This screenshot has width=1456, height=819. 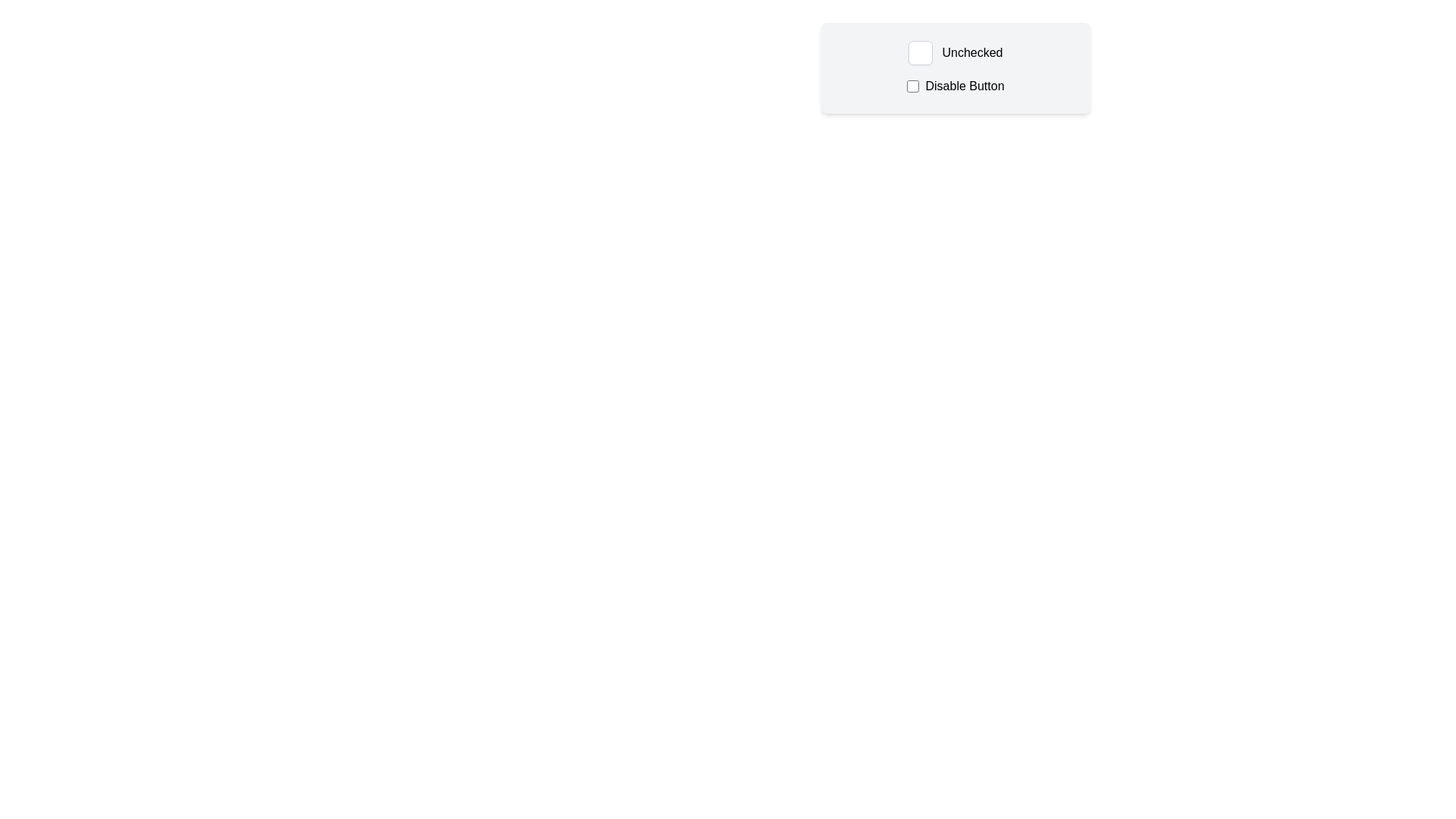 What do you see at coordinates (912, 86) in the screenshot?
I see `the small square checkbox with a white background and gray border, located to the left of the text label 'Disable Button', positioned near the top-right section of the interface` at bounding box center [912, 86].